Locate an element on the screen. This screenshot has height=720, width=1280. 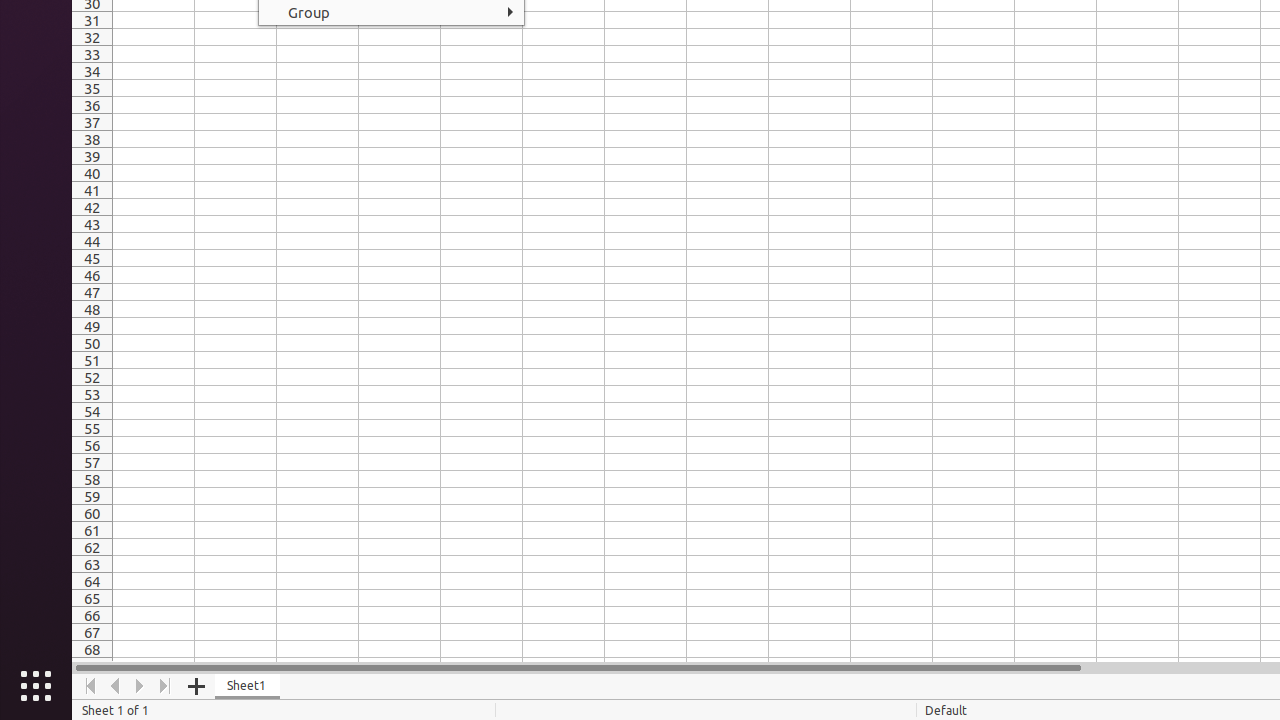
'Move To Home' is located at coordinates (89, 685).